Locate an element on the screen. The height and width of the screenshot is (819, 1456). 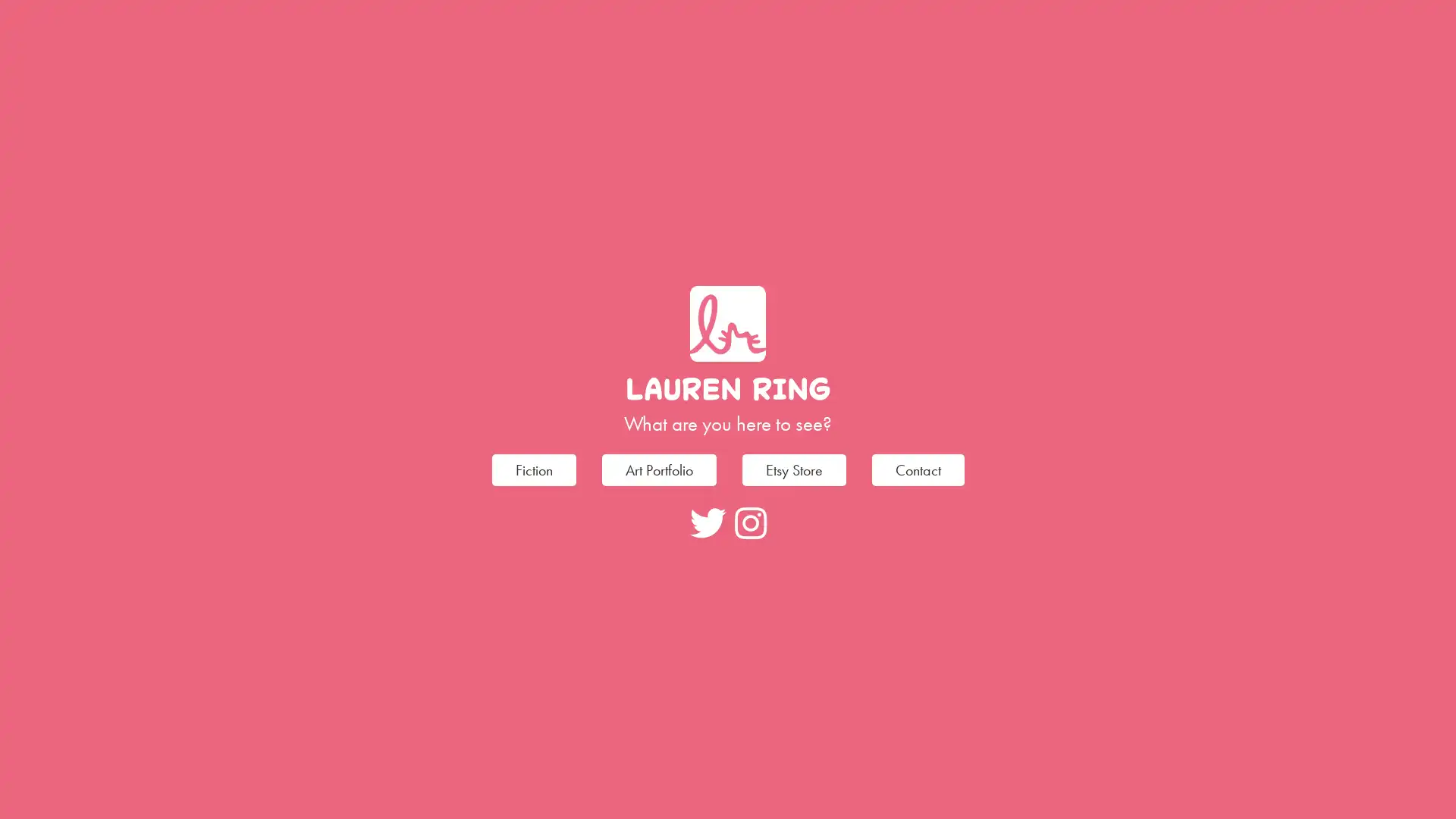
Contact is located at coordinates (916, 468).